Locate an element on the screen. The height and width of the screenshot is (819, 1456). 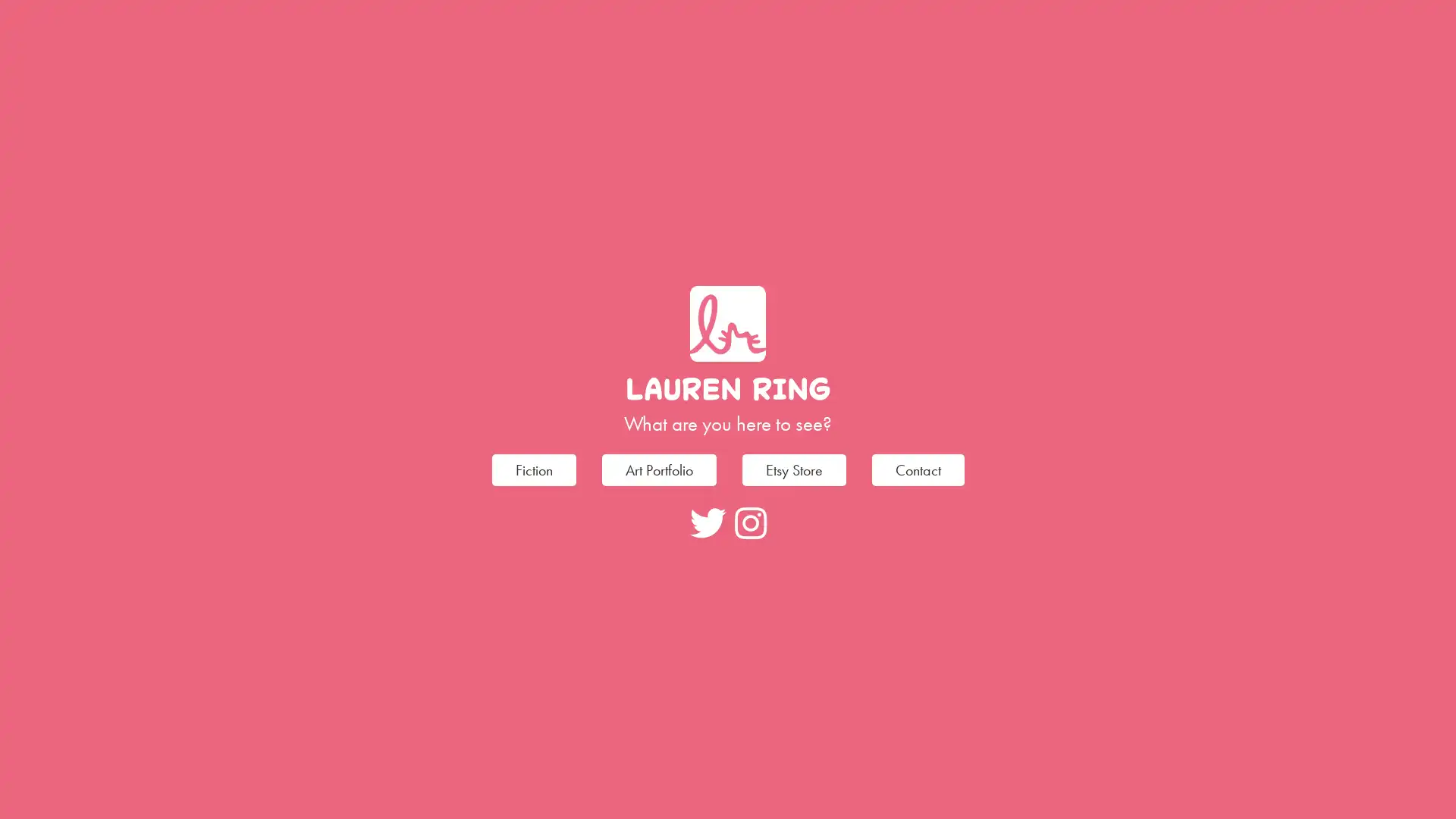
Contact is located at coordinates (916, 468).